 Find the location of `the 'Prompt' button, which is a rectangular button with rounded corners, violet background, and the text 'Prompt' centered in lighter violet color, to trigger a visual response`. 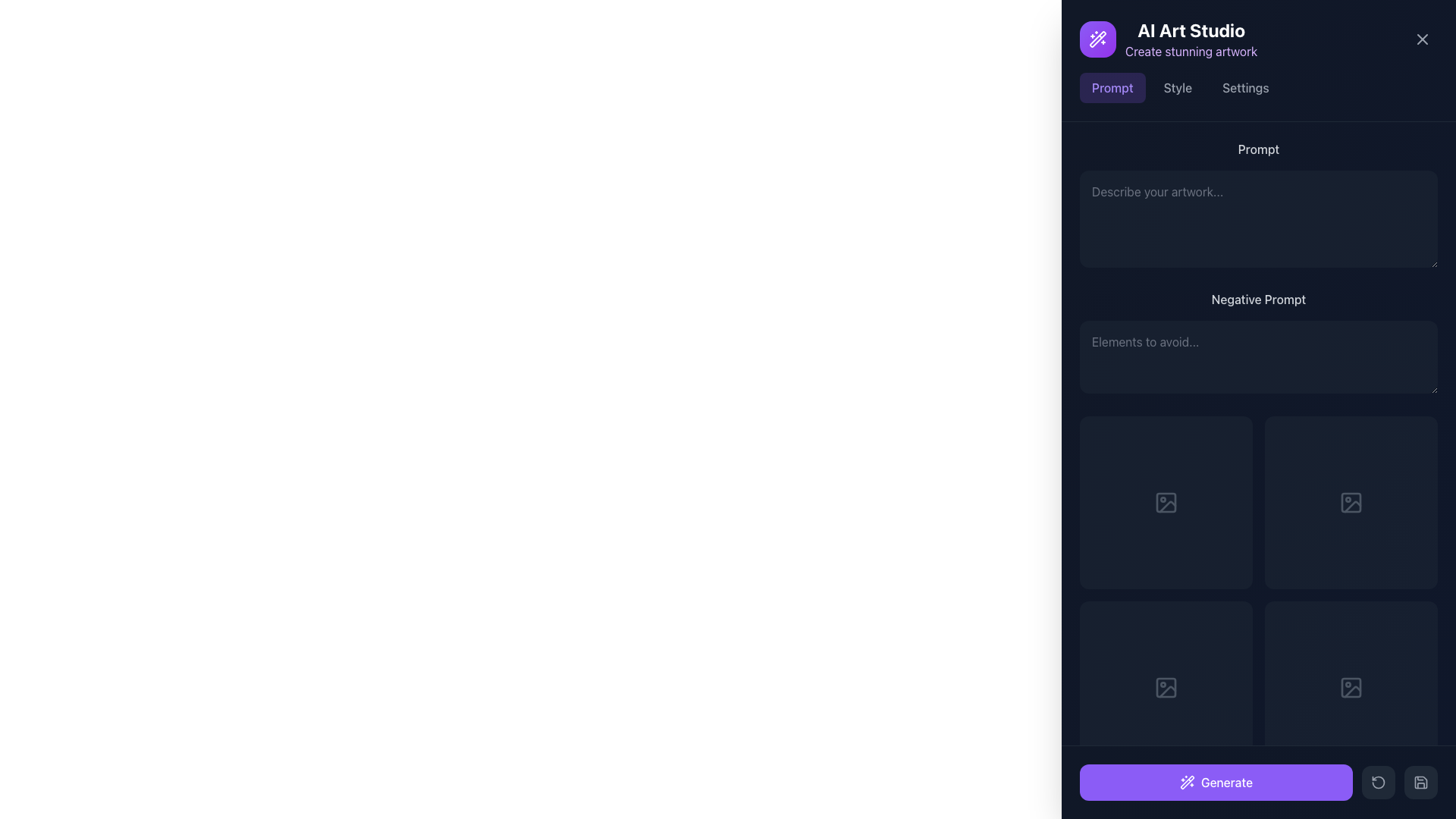

the 'Prompt' button, which is a rectangular button with rounded corners, violet background, and the text 'Prompt' centered in lighter violet color, to trigger a visual response is located at coordinates (1112, 87).